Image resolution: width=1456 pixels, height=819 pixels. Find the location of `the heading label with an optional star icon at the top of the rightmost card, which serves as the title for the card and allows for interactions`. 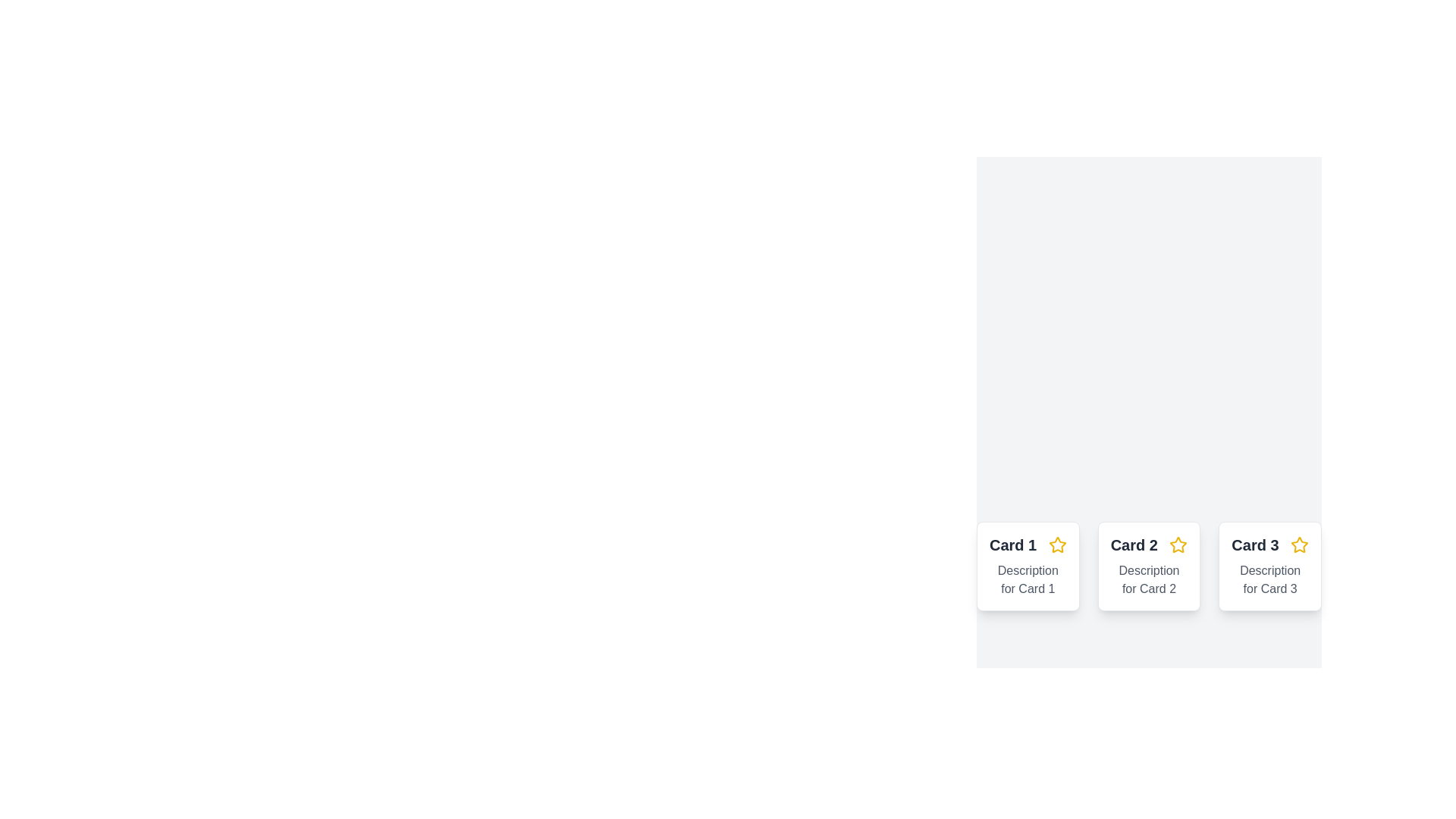

the heading label with an optional star icon at the top of the rightmost card, which serves as the title for the card and allows for interactions is located at coordinates (1270, 544).